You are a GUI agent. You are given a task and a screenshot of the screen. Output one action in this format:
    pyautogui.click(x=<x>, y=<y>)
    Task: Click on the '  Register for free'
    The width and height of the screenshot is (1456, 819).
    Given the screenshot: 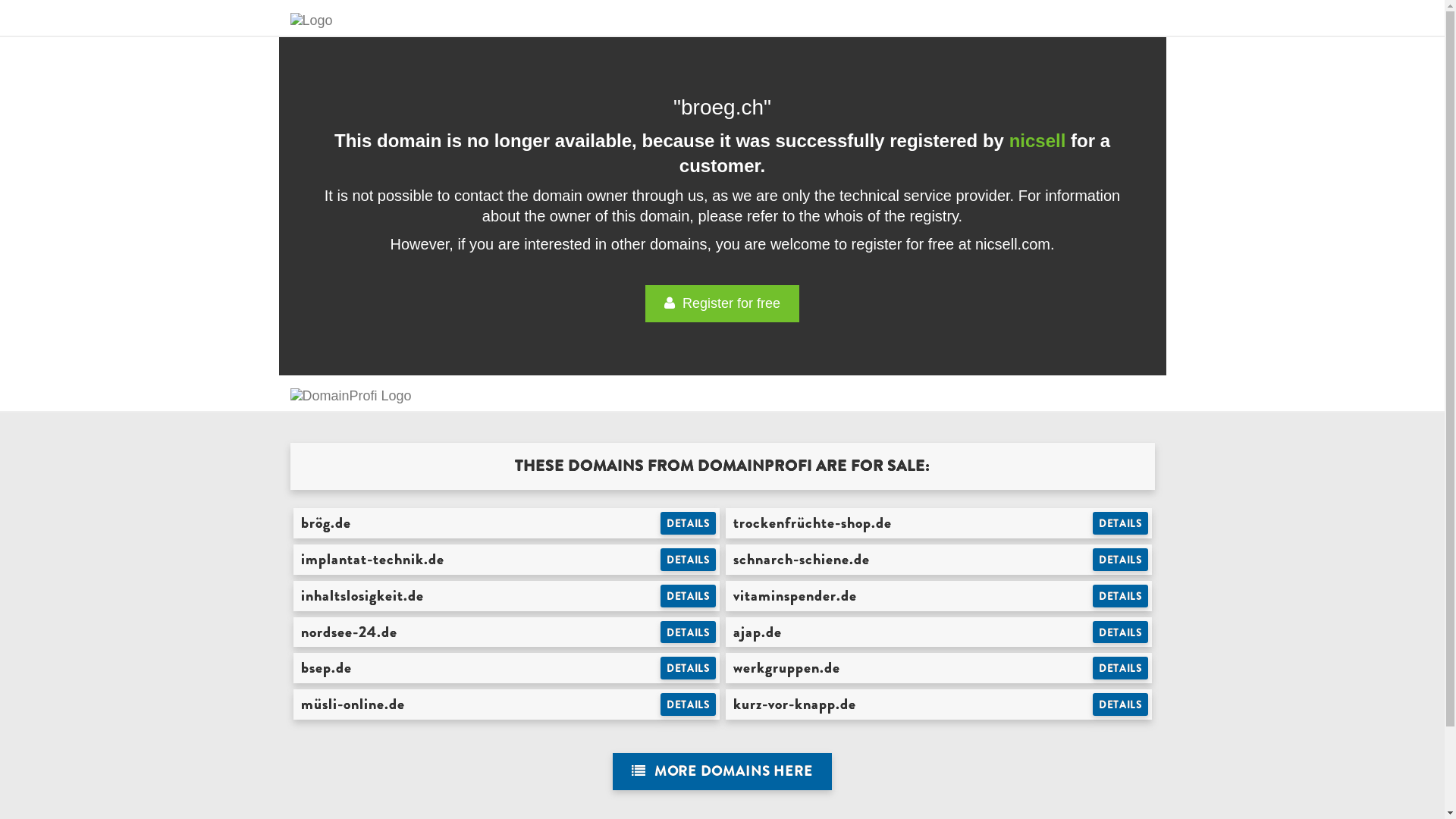 What is the action you would take?
    pyautogui.click(x=721, y=303)
    